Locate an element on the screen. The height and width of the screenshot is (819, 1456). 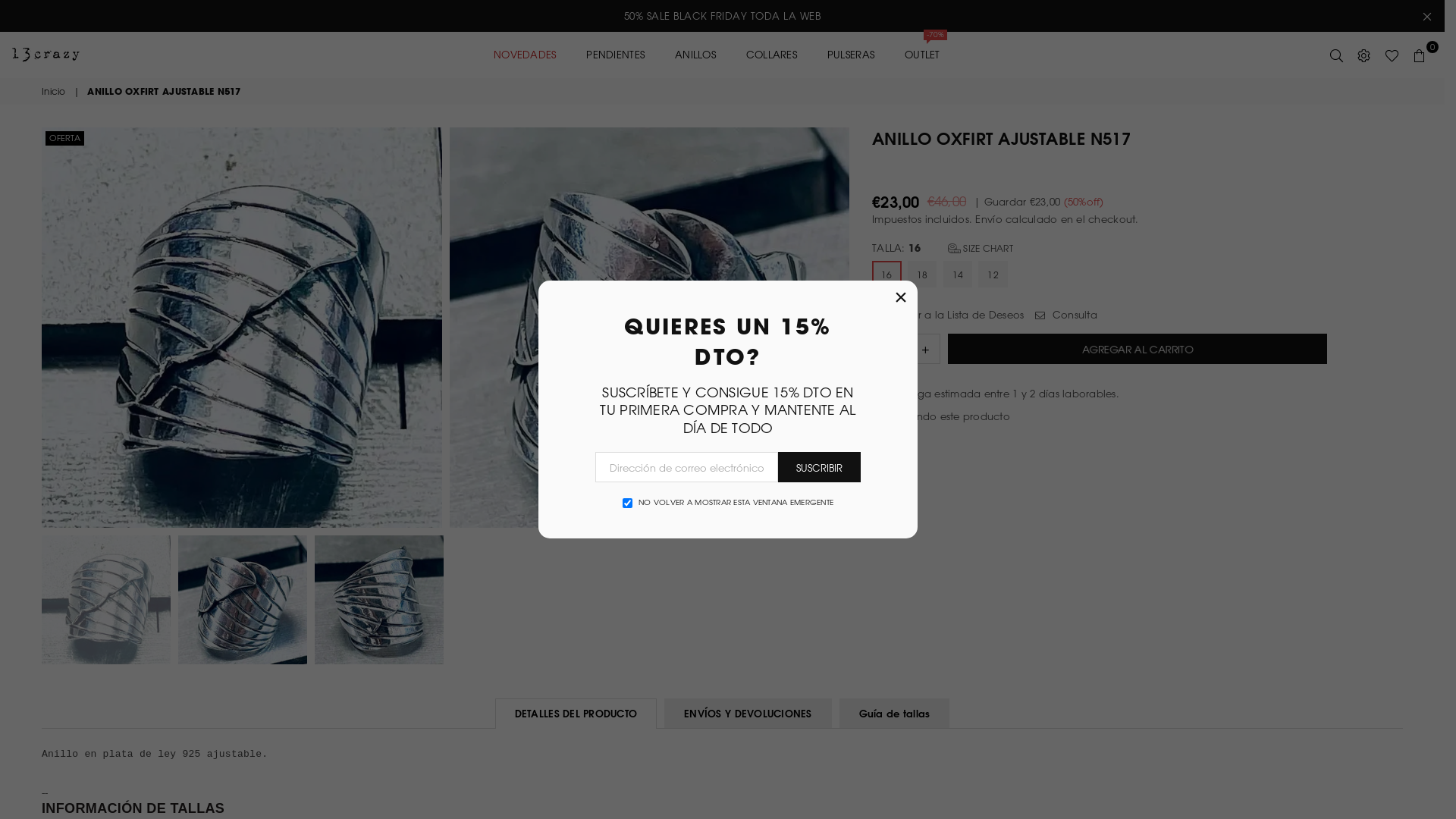
'COLLARES' is located at coordinates (771, 54).